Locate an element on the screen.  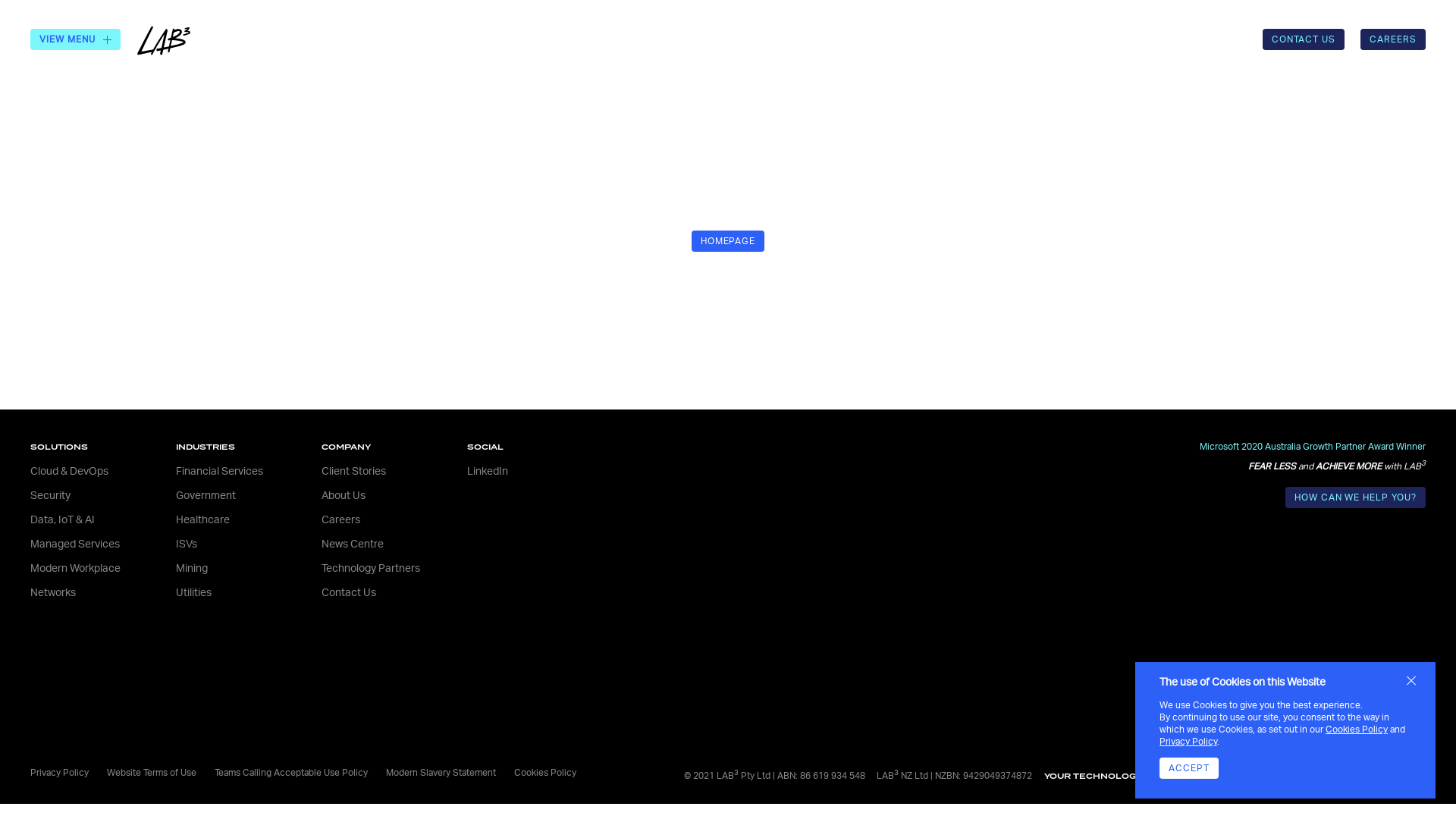
'Cookies Policy' is located at coordinates (1324, 728).